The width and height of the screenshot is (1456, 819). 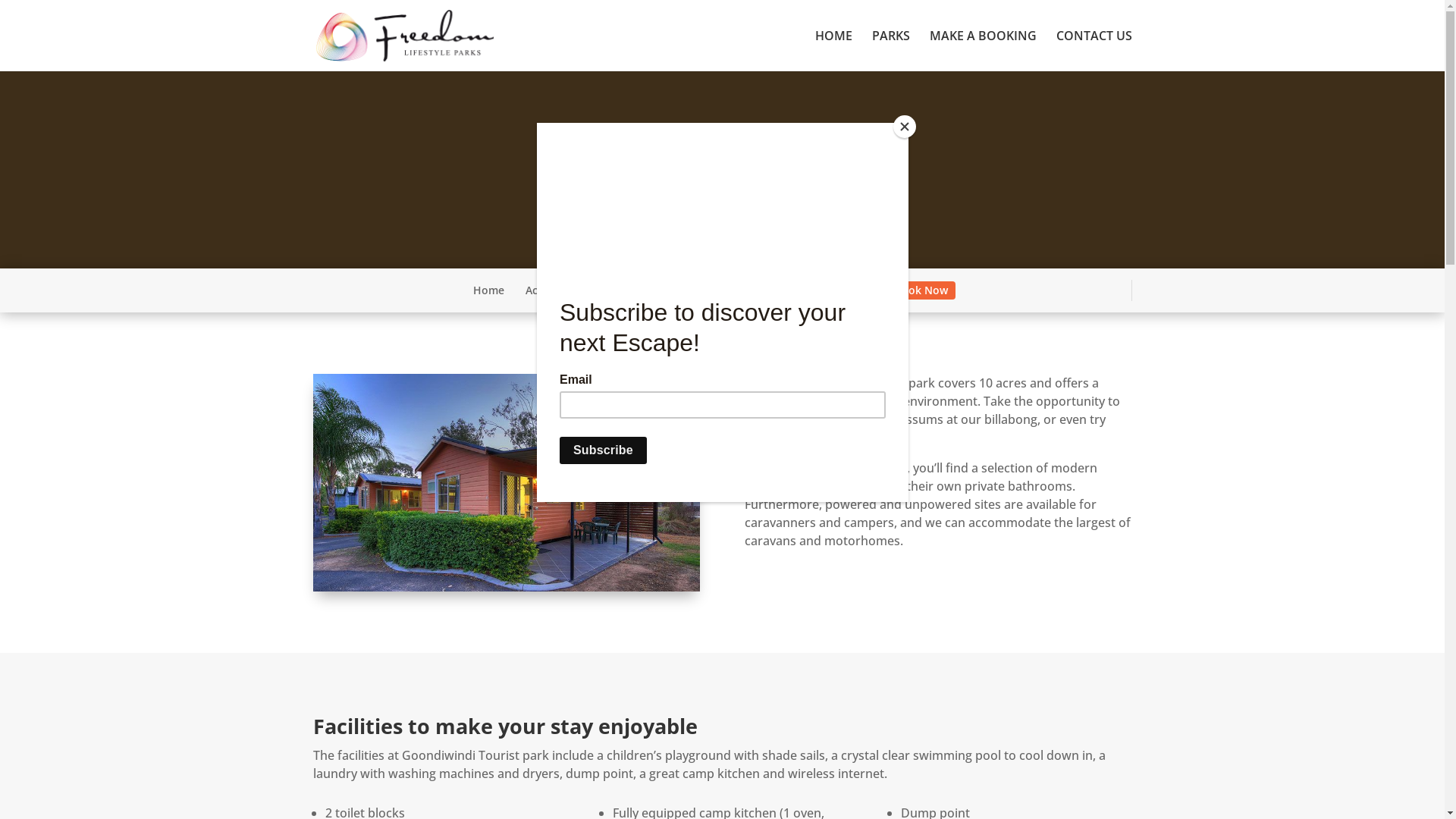 What do you see at coordinates (891, 49) in the screenshot?
I see `'PARKS'` at bounding box center [891, 49].